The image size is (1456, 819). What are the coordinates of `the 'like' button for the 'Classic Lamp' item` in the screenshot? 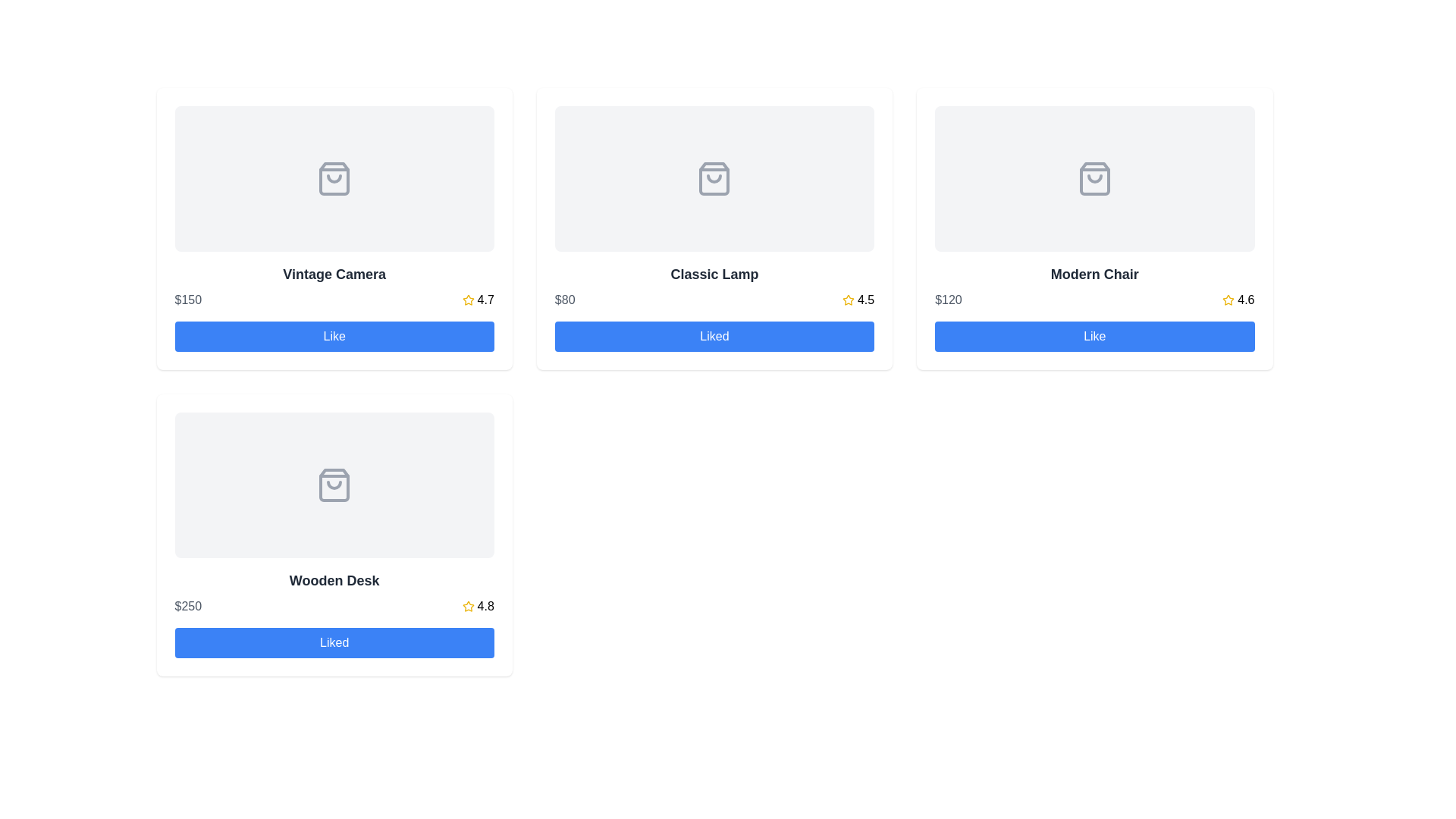 It's located at (714, 335).